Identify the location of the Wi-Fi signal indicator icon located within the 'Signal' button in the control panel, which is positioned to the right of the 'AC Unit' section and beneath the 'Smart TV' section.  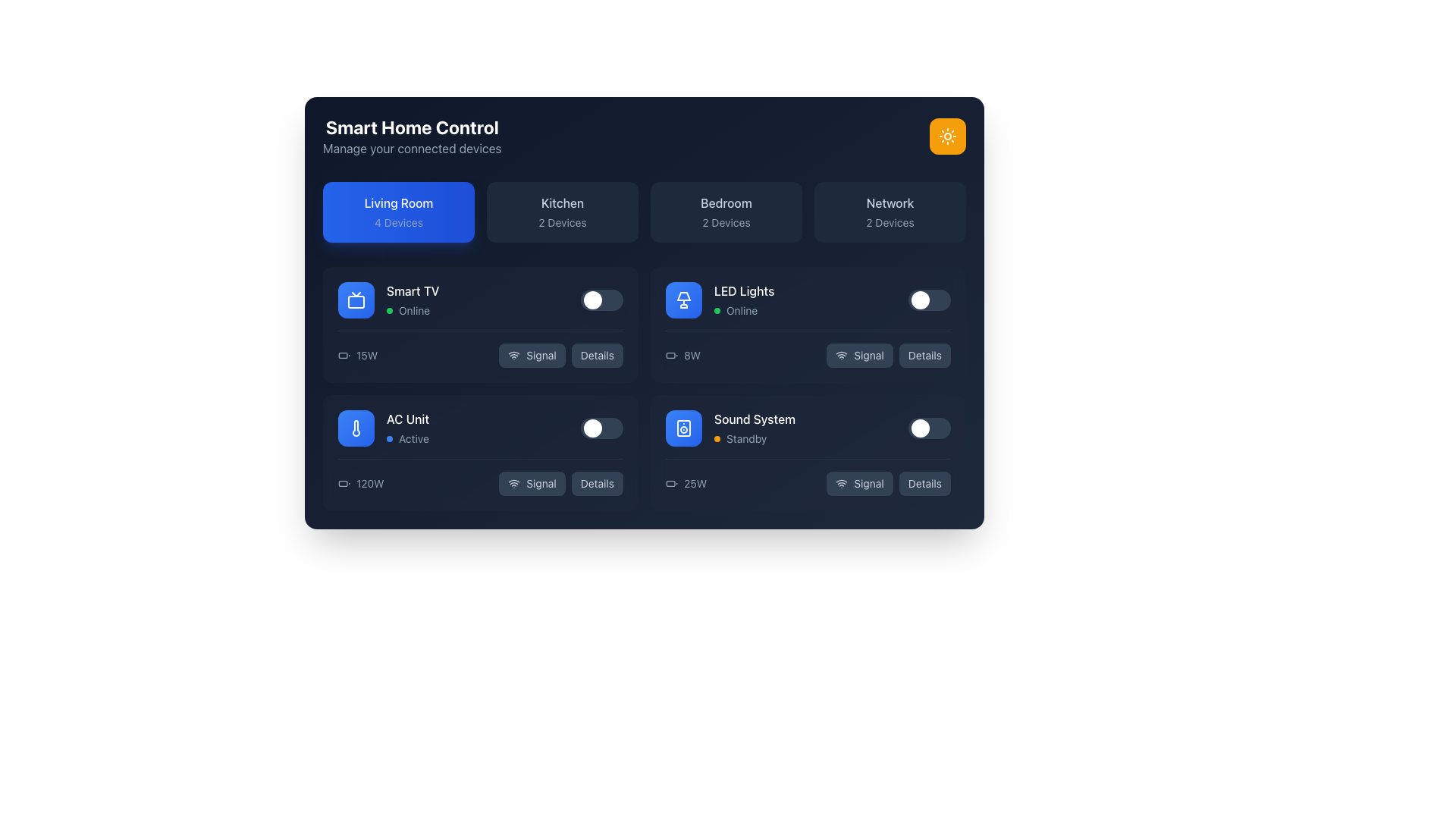
(514, 356).